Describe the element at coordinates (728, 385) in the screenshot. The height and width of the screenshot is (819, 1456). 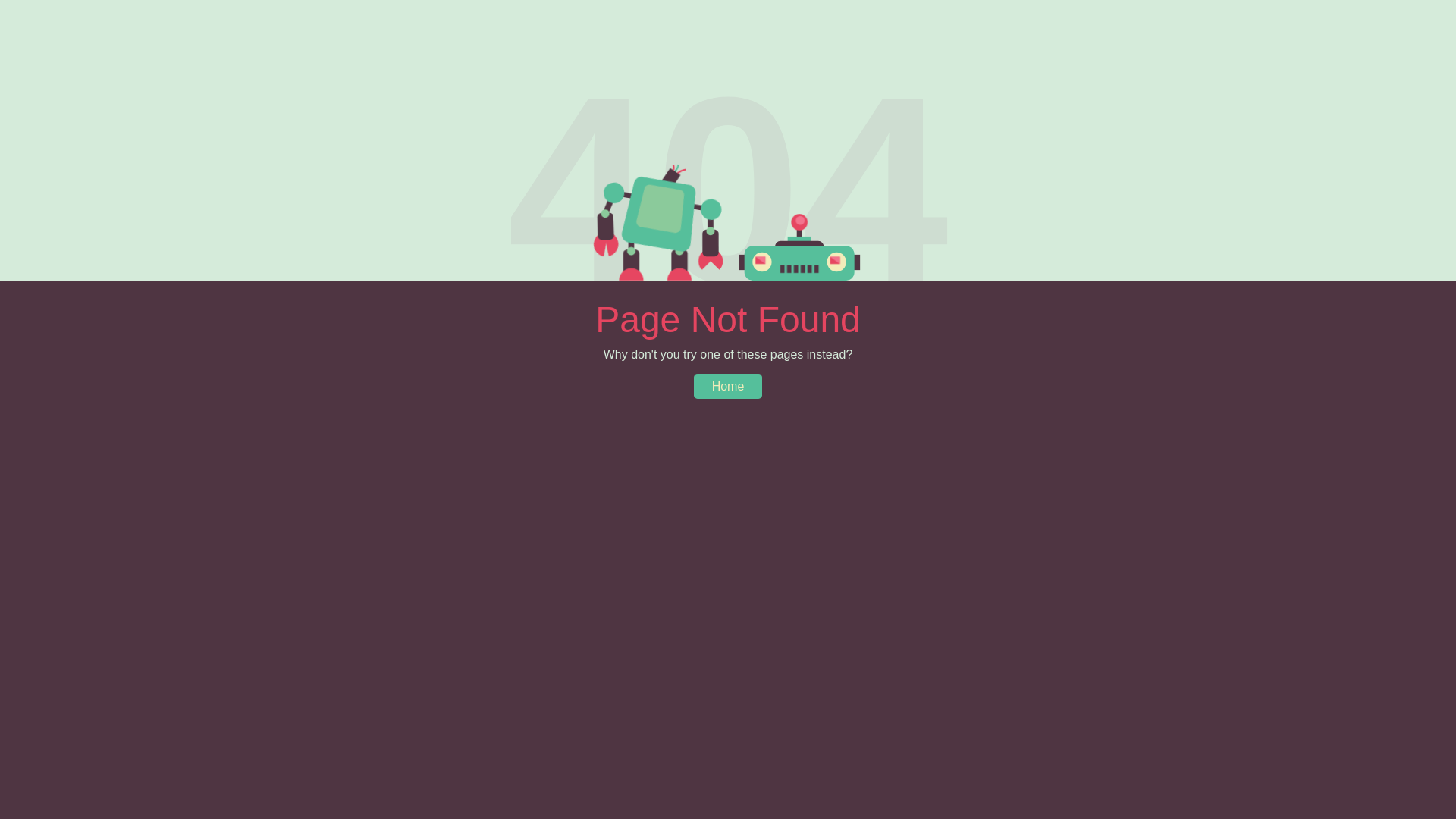
I see `'Home'` at that location.